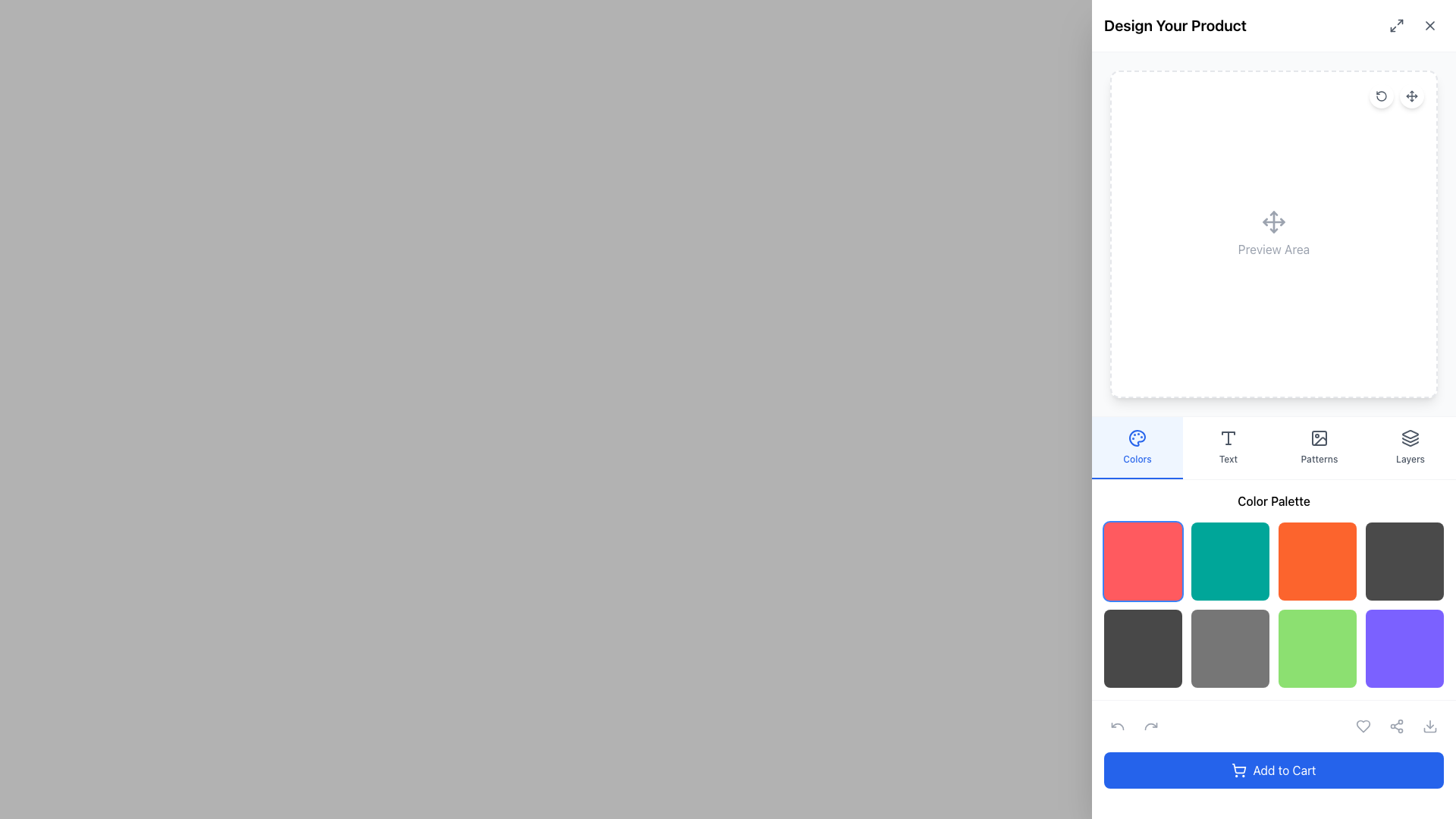 The height and width of the screenshot is (819, 1456). I want to click on the bold orange square-shaped button in the 'Color Palette' section, so click(1316, 561).